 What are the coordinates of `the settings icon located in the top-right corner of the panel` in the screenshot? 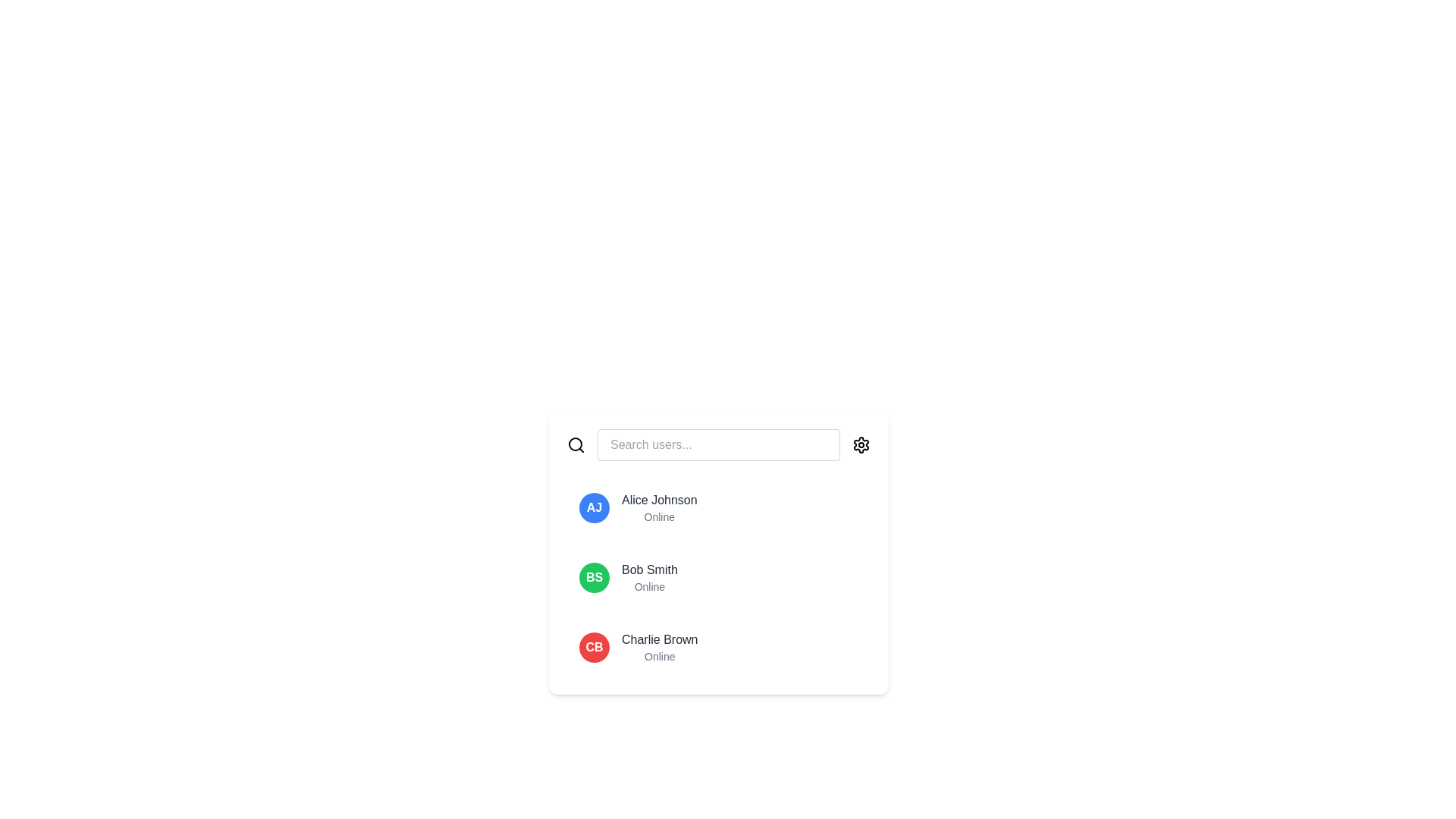 It's located at (861, 444).